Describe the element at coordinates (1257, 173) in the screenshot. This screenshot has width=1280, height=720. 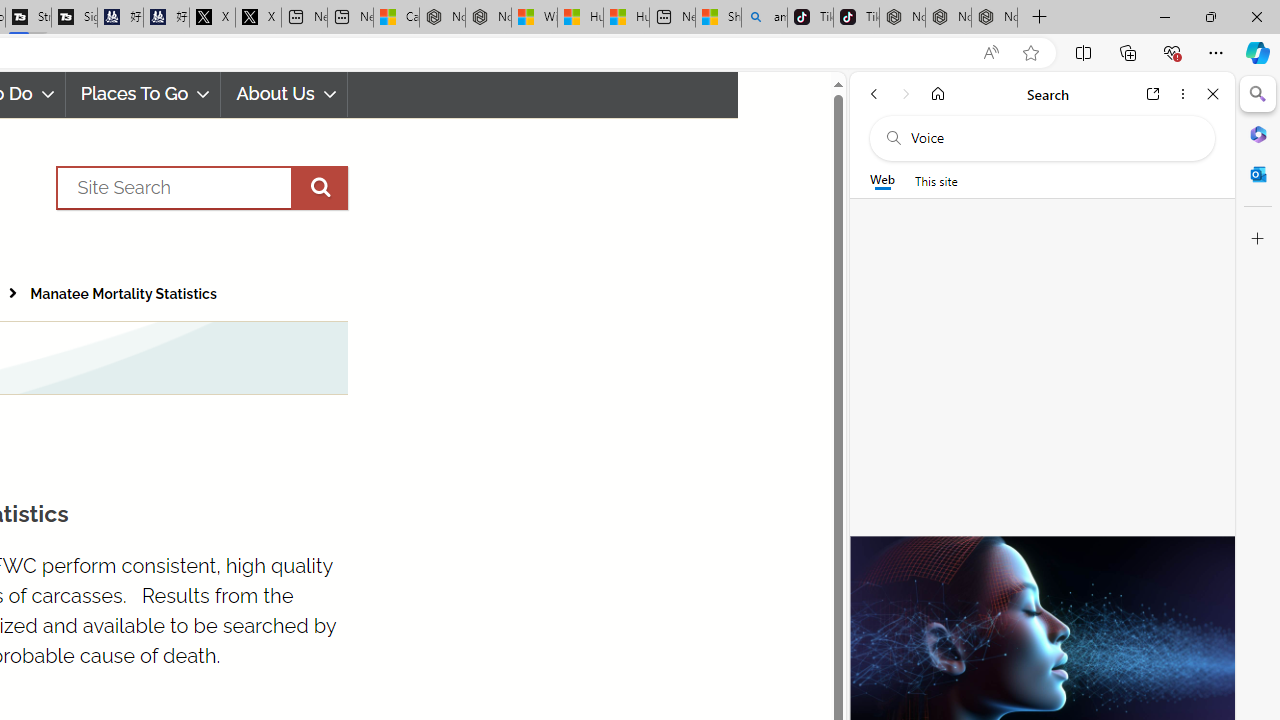
I see `'Outlook'` at that location.